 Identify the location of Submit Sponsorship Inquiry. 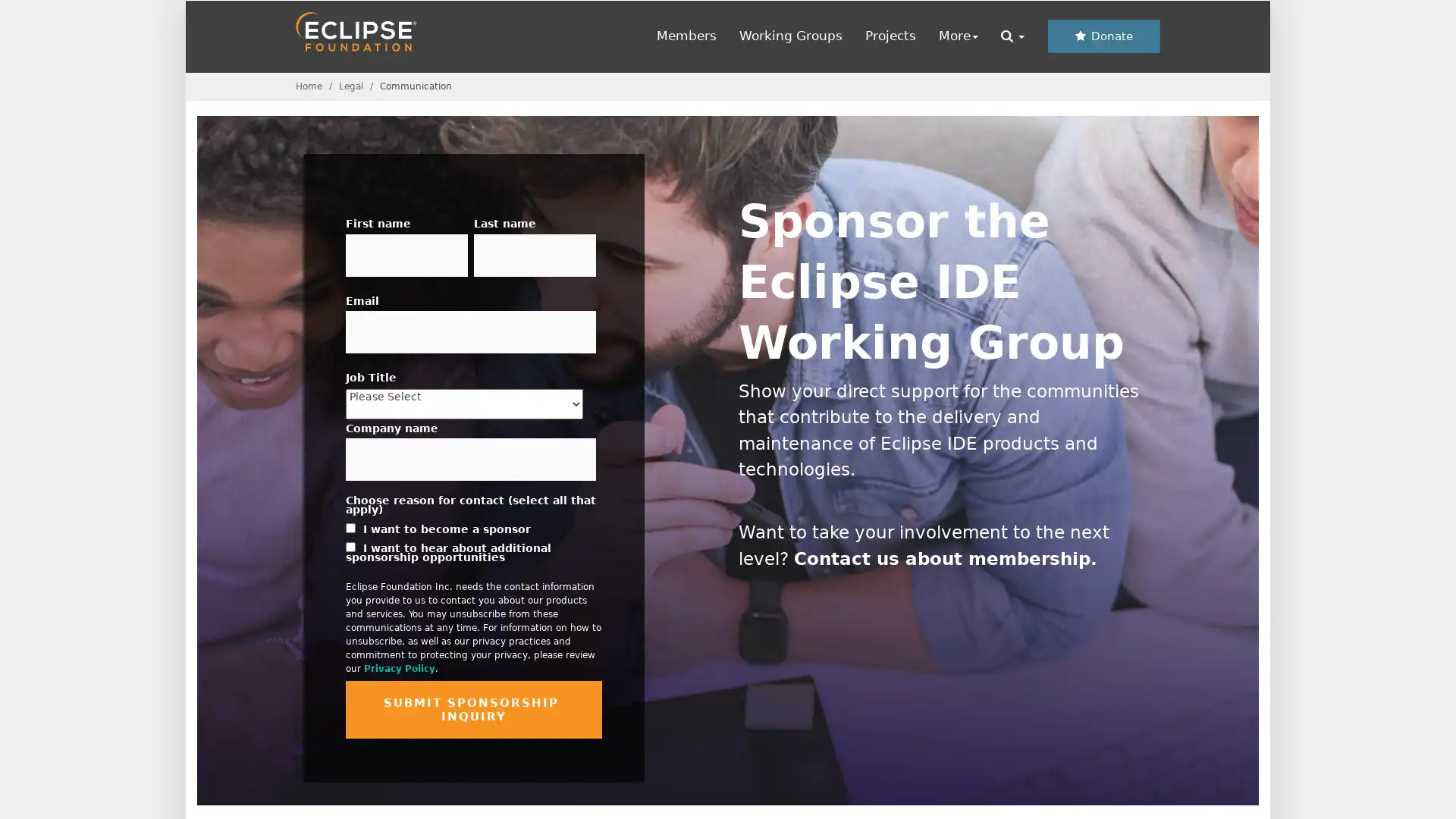
(472, 710).